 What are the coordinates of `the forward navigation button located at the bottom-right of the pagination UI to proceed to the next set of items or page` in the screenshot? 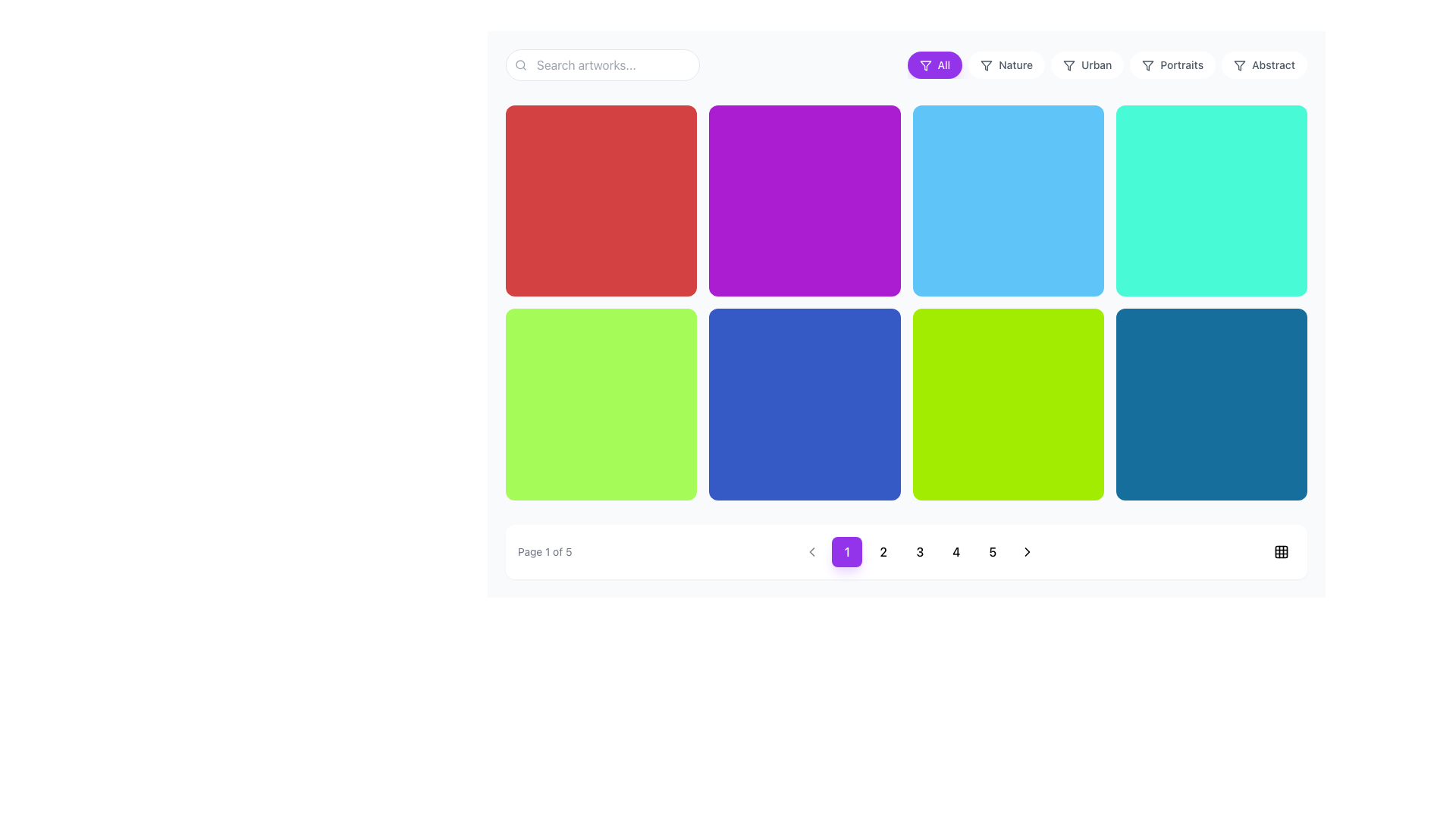 It's located at (1028, 551).